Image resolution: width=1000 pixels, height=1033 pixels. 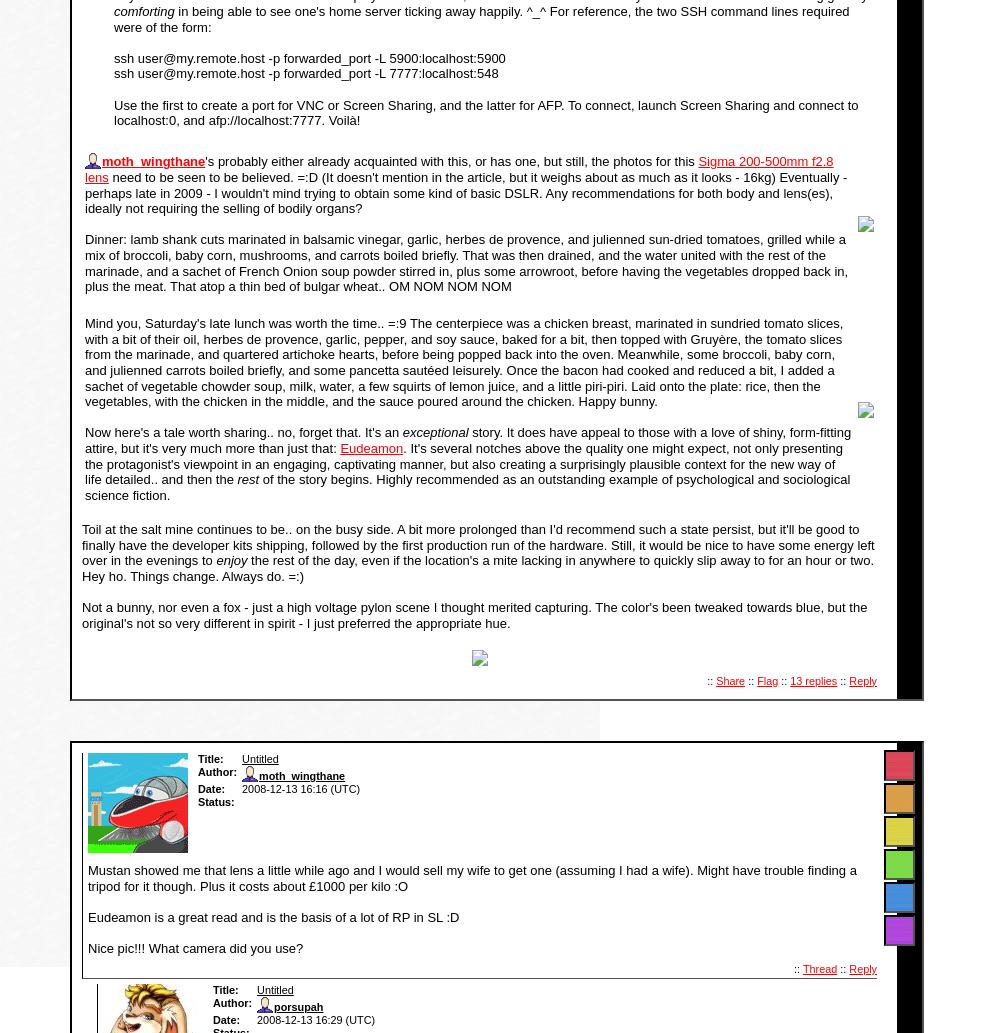 What do you see at coordinates (84, 191) in the screenshot?
I see `'need to be seen to be believed. =:D  (It doesn't mention in the article, but it weighs about as much as it looks - 16kg)  Eventually - perhaps late in 2009 - I wouldn't mind trying to obtain some kind of basic DSLR. Any recommendations for both body and lens(es), ideally not requiring the selling of bodily organs?'` at bounding box center [84, 191].